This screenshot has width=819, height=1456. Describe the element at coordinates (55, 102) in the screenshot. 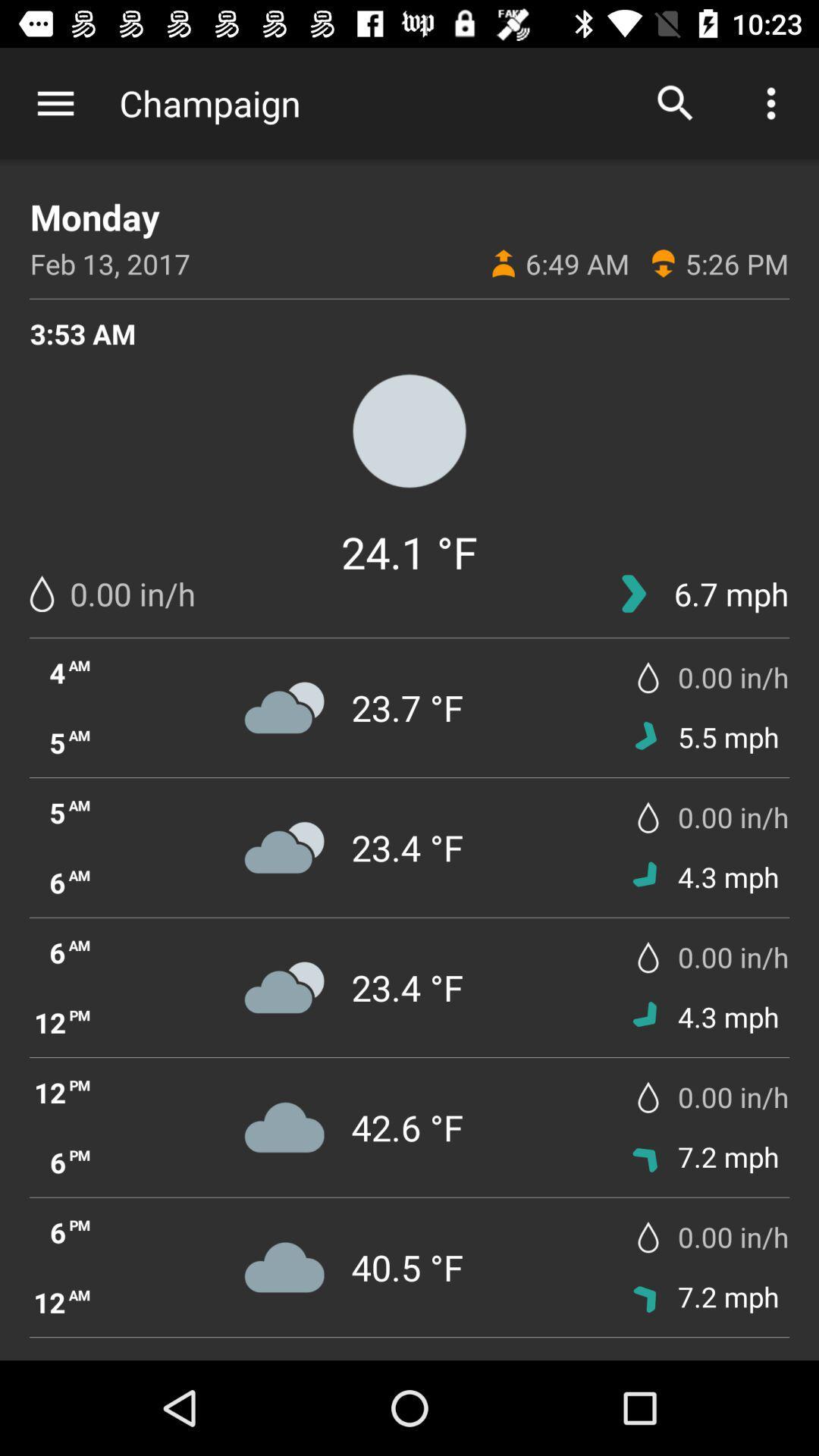

I see `the app next to champaign` at that location.